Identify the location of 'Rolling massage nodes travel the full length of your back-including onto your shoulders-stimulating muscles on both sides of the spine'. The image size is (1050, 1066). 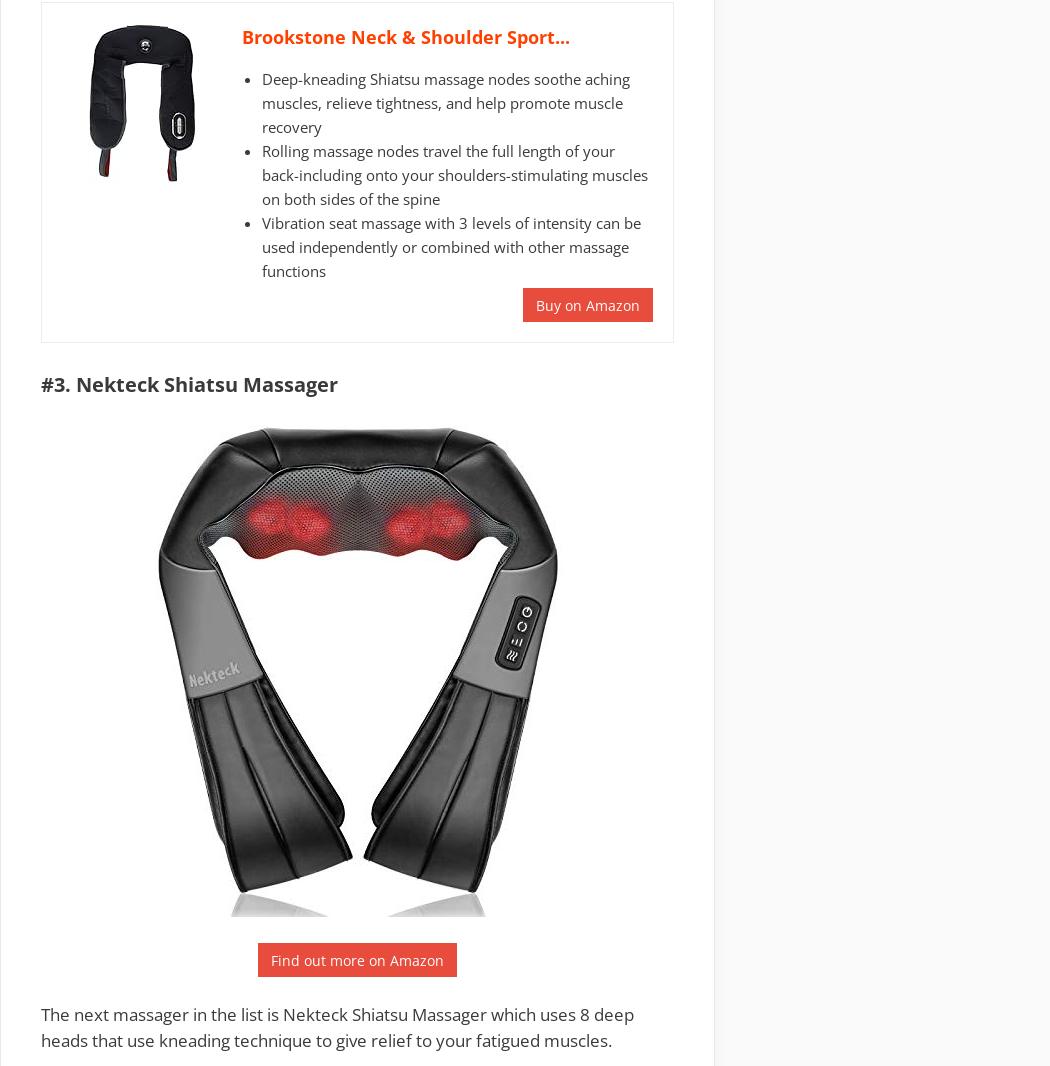
(454, 174).